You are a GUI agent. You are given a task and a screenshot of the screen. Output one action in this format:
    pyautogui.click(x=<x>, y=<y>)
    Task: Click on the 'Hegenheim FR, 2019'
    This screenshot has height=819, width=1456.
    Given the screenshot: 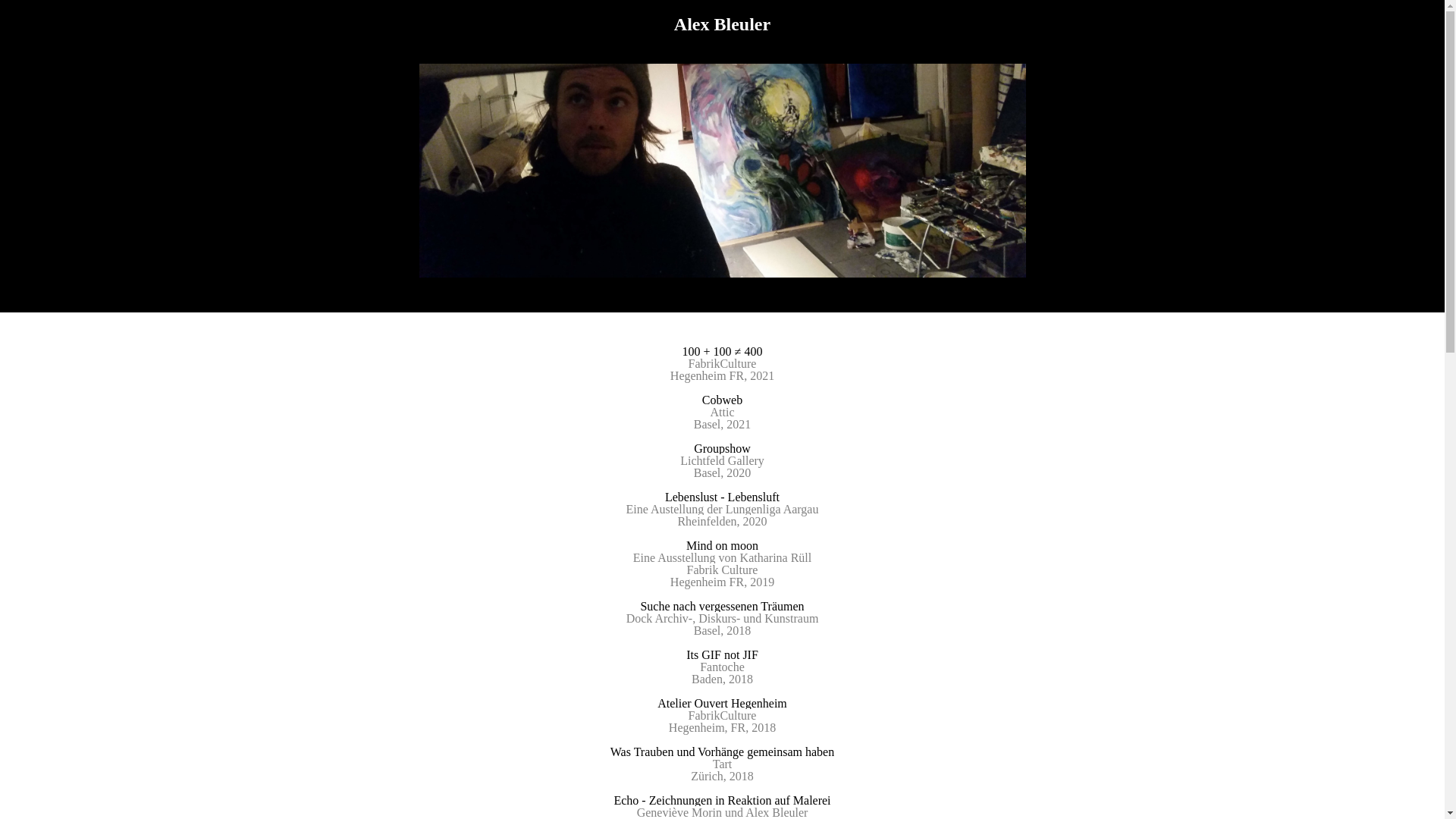 What is the action you would take?
    pyautogui.click(x=721, y=581)
    